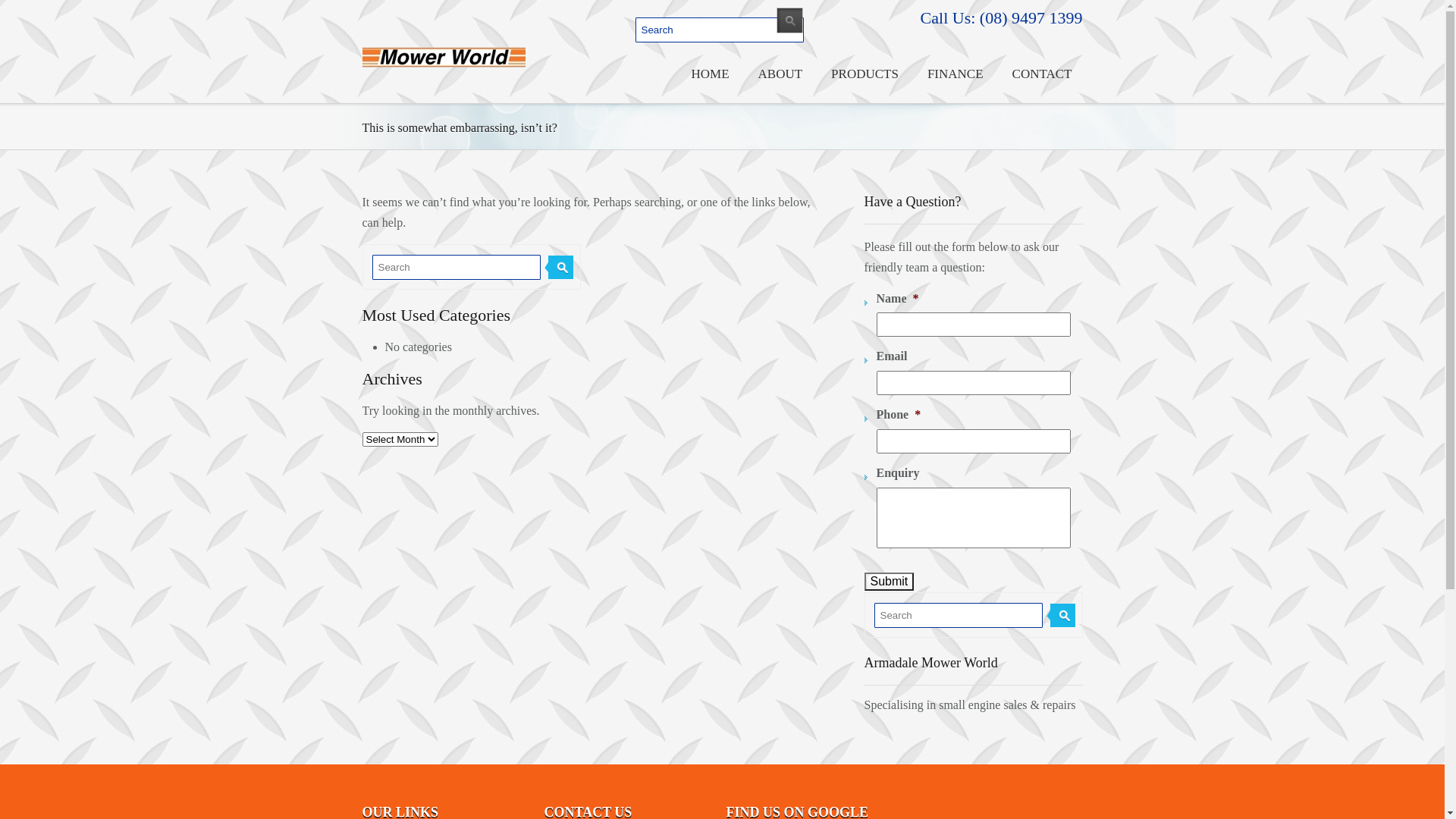 The width and height of the screenshot is (1456, 819). Describe the element at coordinates (708, 71) in the screenshot. I see `'HOME'` at that location.